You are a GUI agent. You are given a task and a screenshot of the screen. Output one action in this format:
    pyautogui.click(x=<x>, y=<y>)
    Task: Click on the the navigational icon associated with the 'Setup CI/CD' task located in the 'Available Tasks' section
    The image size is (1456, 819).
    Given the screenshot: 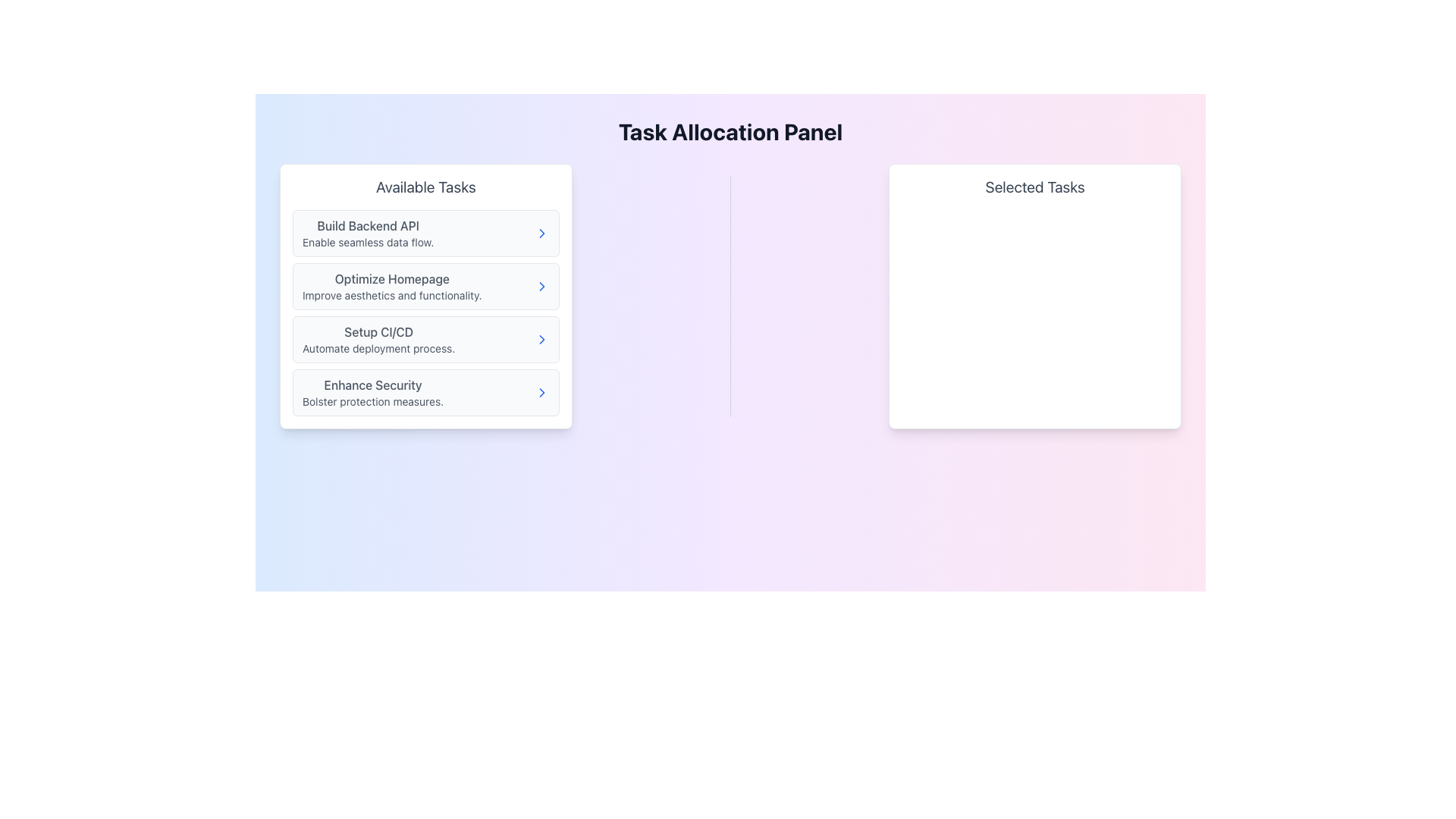 What is the action you would take?
    pyautogui.click(x=541, y=338)
    